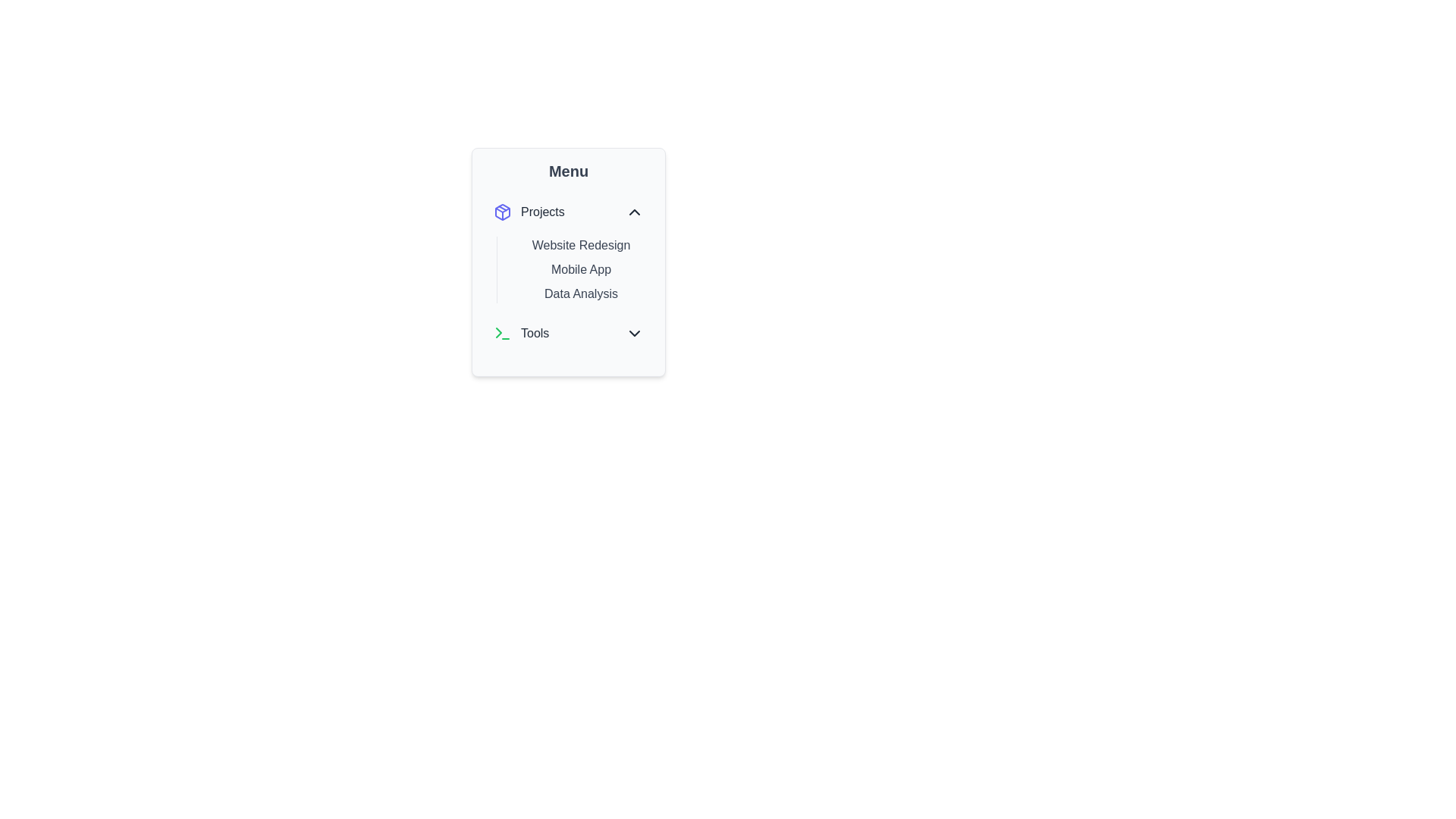 This screenshot has height=819, width=1456. What do you see at coordinates (567, 271) in the screenshot?
I see `the 'Mobile App' text label, which is a clickable link located between 'Website Redesign' and 'Data Analysis' under the 'Projects' section` at bounding box center [567, 271].